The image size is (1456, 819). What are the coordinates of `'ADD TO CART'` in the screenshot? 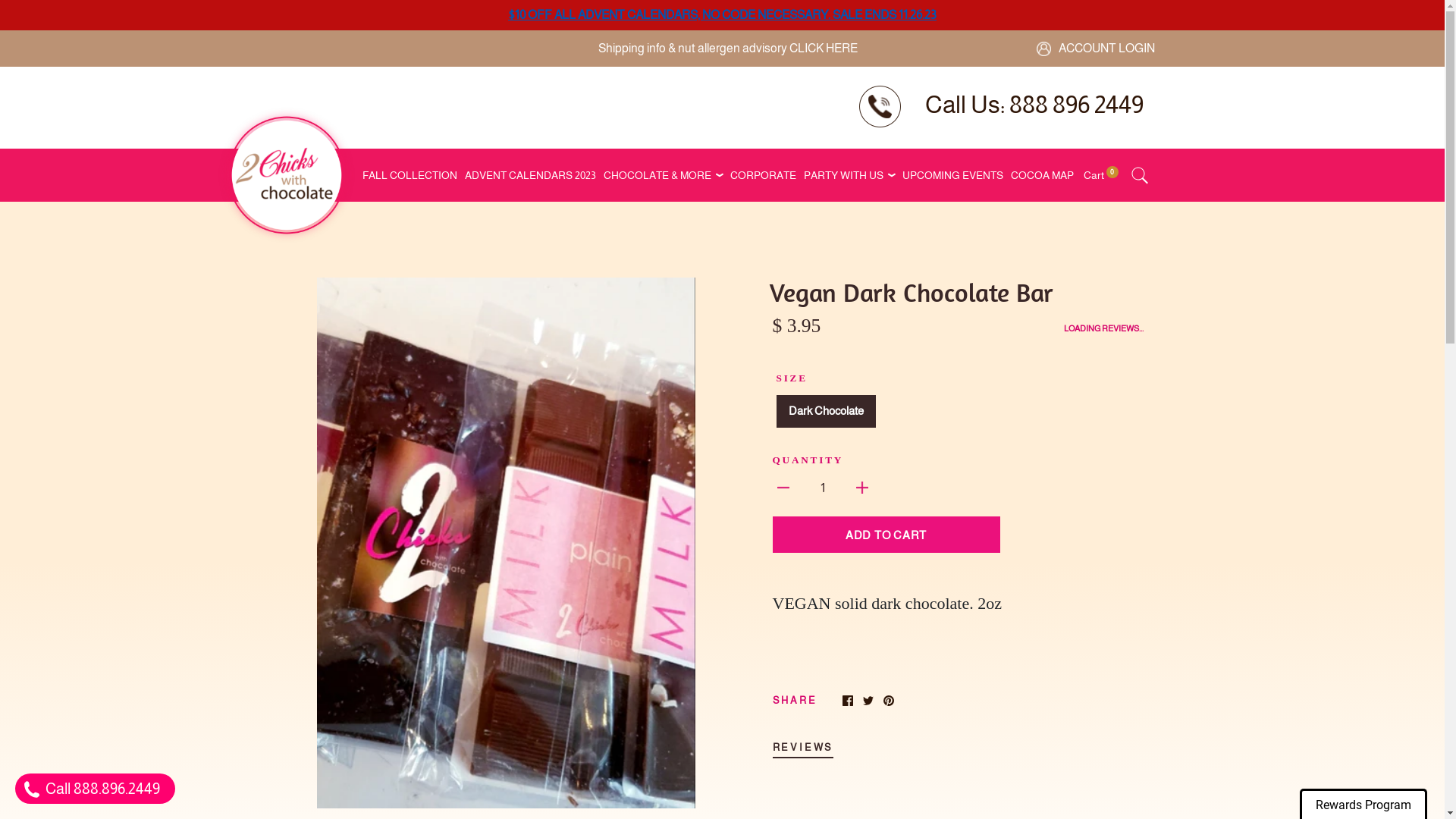 It's located at (885, 534).